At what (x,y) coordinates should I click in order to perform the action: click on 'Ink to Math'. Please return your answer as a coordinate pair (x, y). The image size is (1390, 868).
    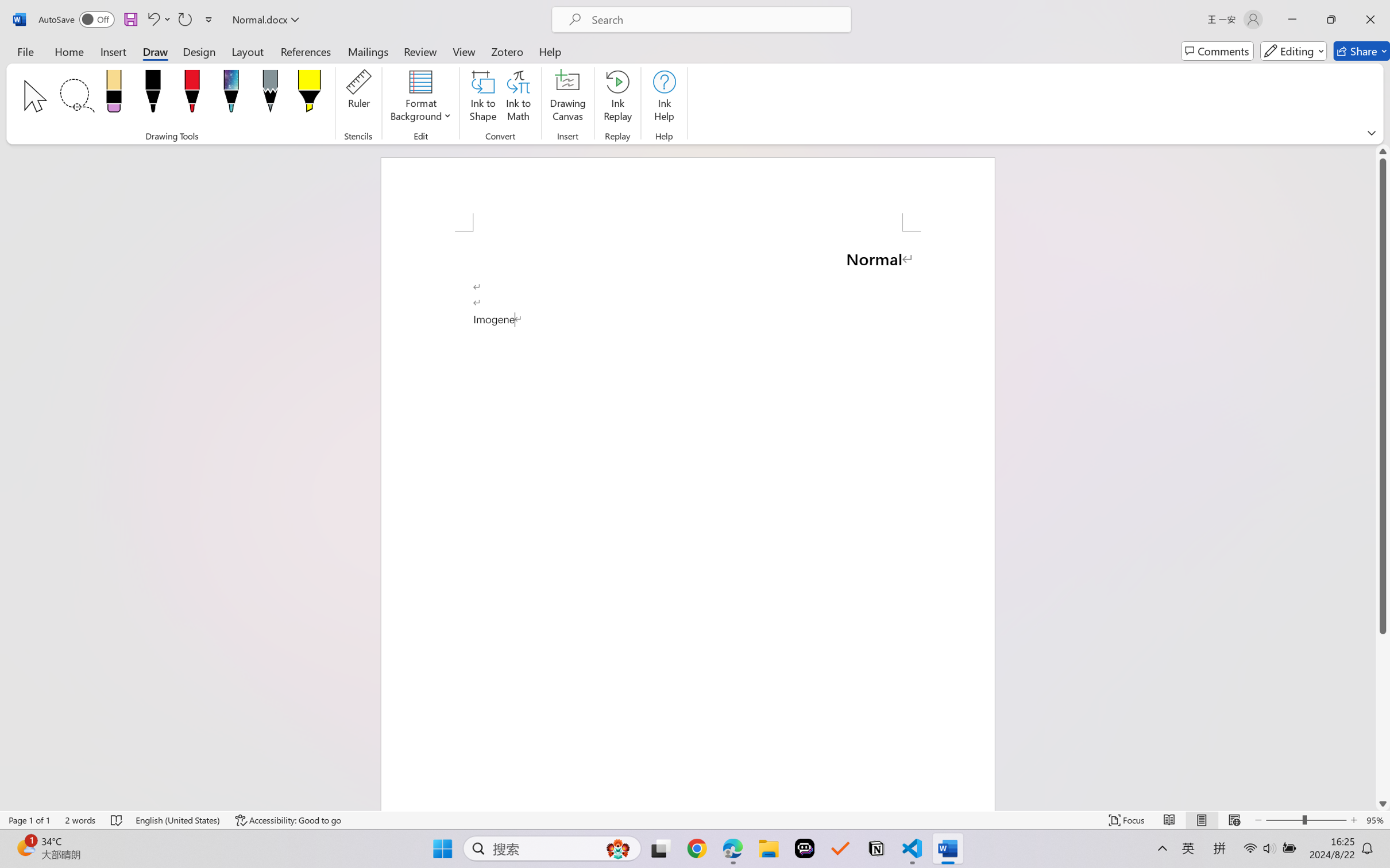
    Looking at the image, I should click on (518, 98).